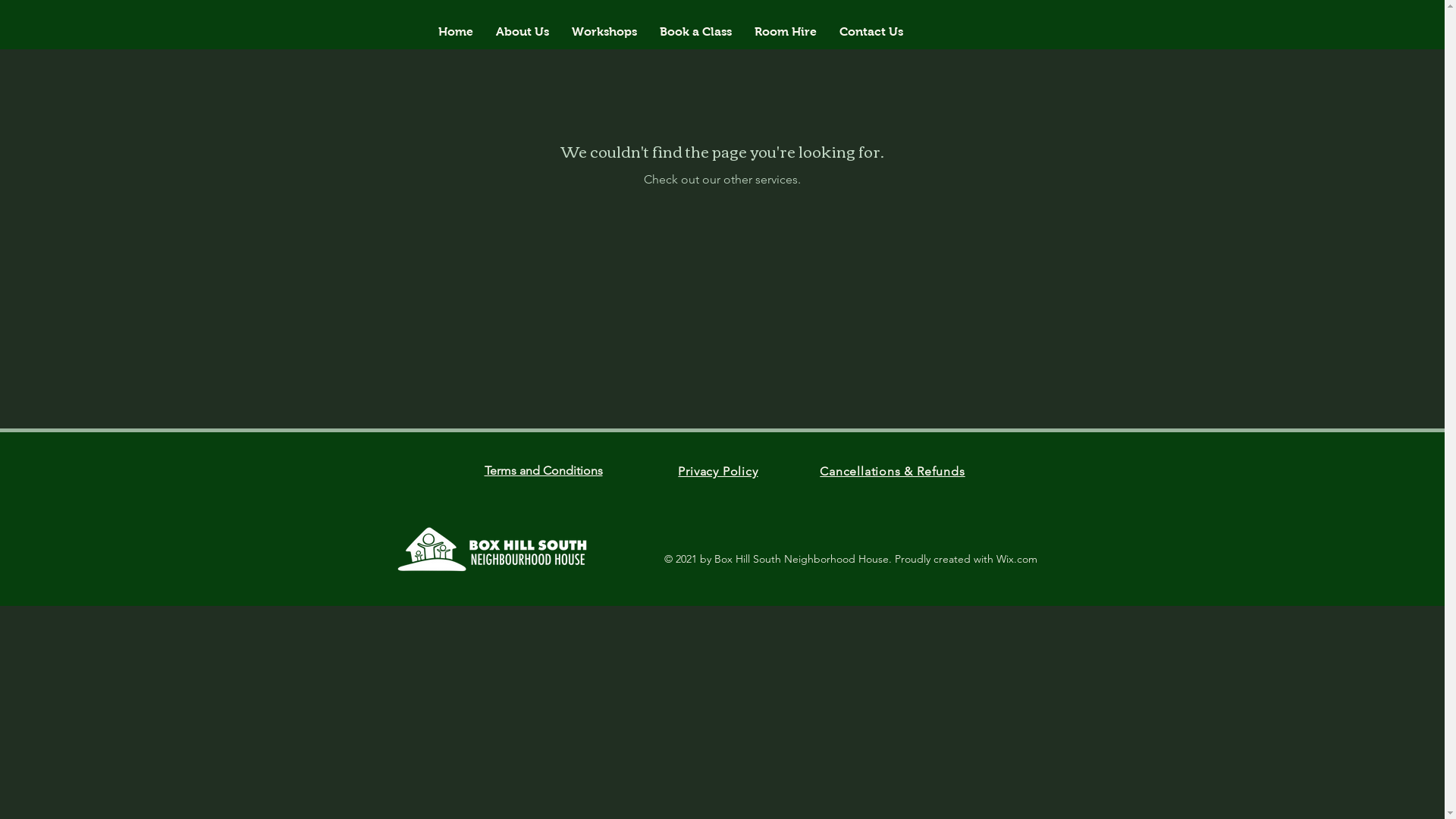 This screenshot has height=819, width=1456. What do you see at coordinates (786, 32) in the screenshot?
I see `'Room Hire'` at bounding box center [786, 32].